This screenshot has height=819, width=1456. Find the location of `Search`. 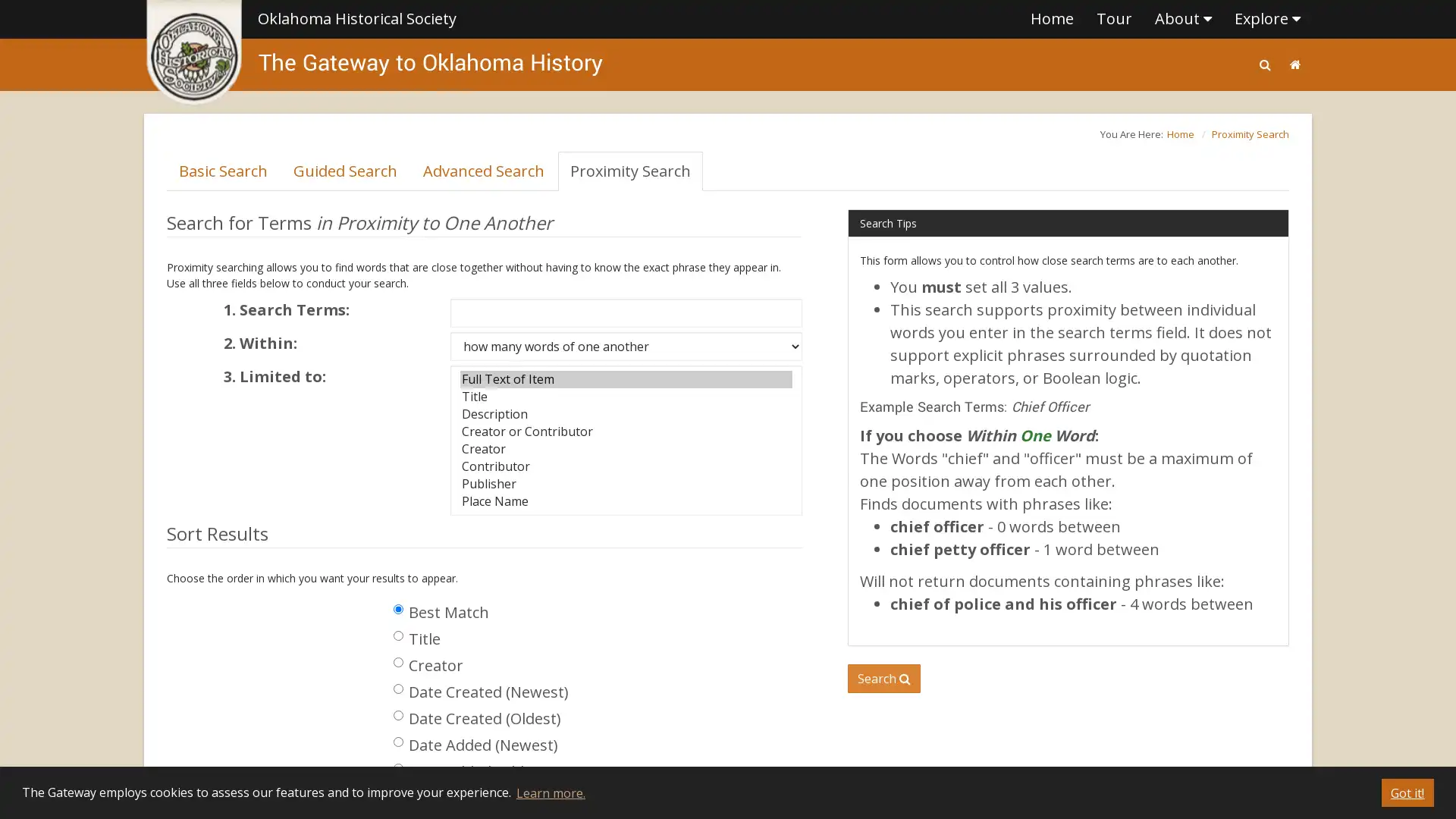

Search is located at coordinates (884, 677).